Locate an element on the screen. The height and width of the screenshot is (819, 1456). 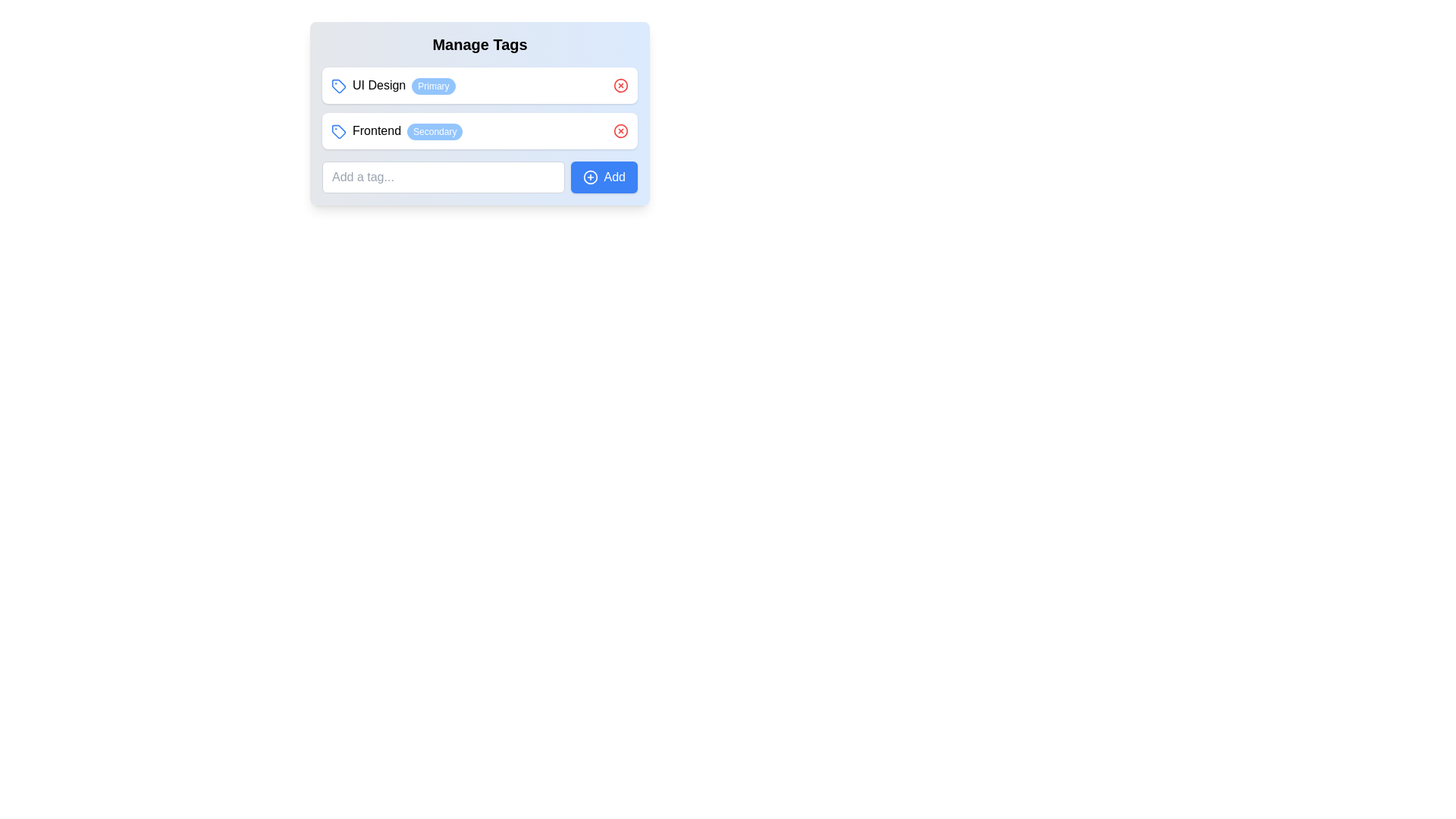
the small, rounded rectangular badge with a blue background and white text that says 'Secondary', positioned to the right of the 'Frontend' text in the second row under 'Manage Tags' is located at coordinates (434, 130).